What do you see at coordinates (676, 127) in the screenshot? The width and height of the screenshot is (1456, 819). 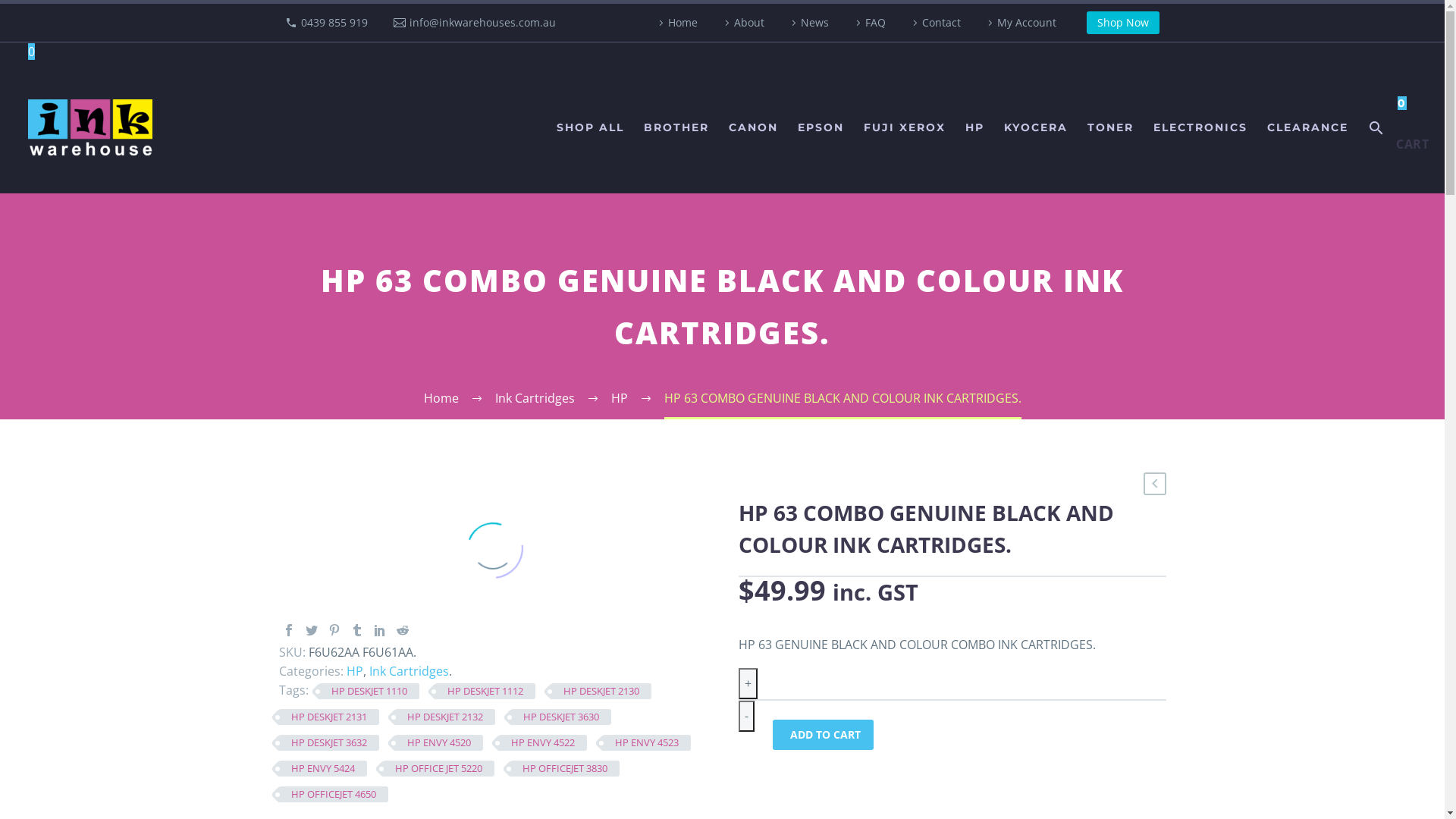 I see `'BROTHER'` at bounding box center [676, 127].